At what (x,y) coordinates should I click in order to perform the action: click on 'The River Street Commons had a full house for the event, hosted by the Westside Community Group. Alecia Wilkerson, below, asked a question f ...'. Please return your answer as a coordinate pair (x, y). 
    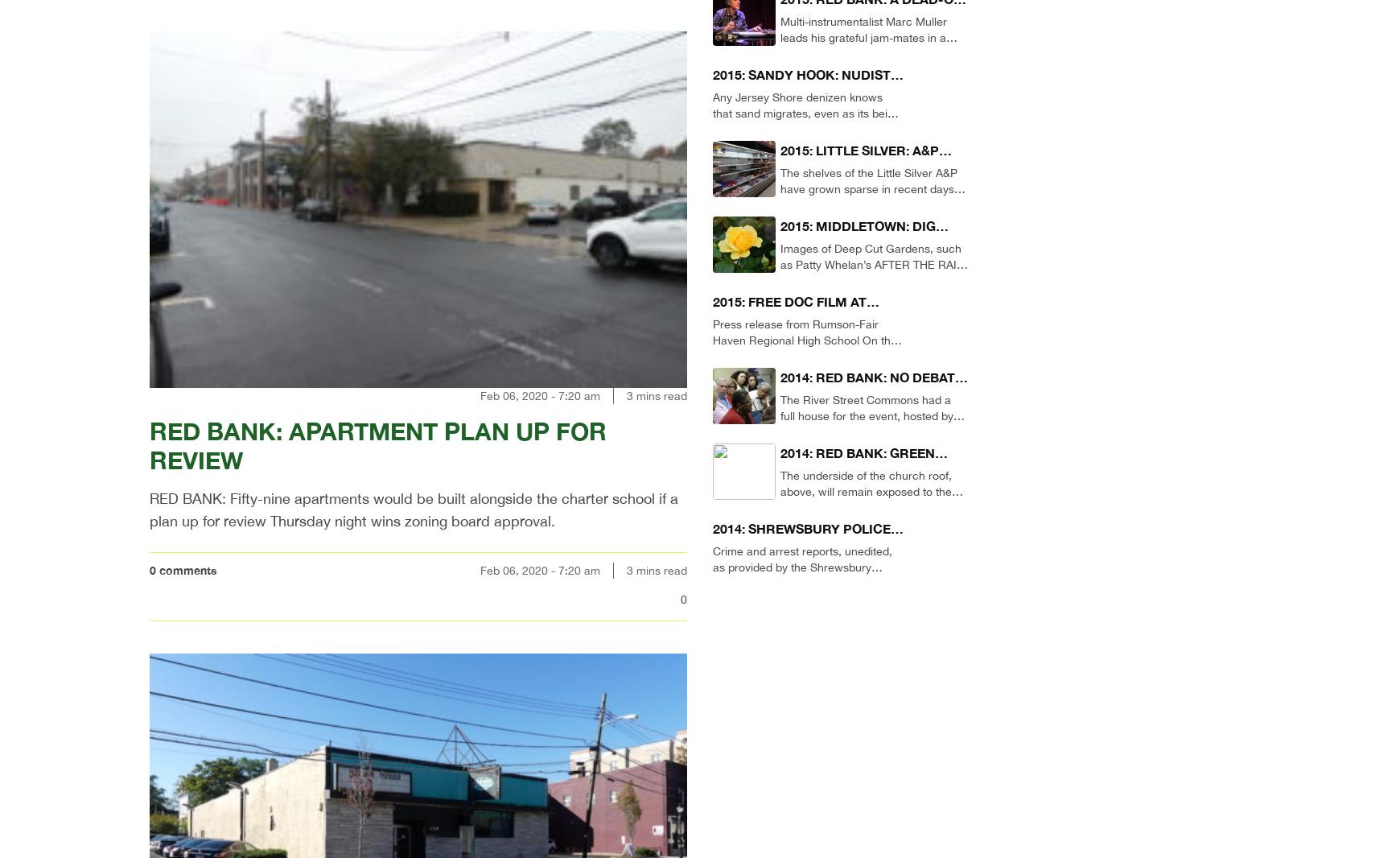
    Looking at the image, I should click on (866, 431).